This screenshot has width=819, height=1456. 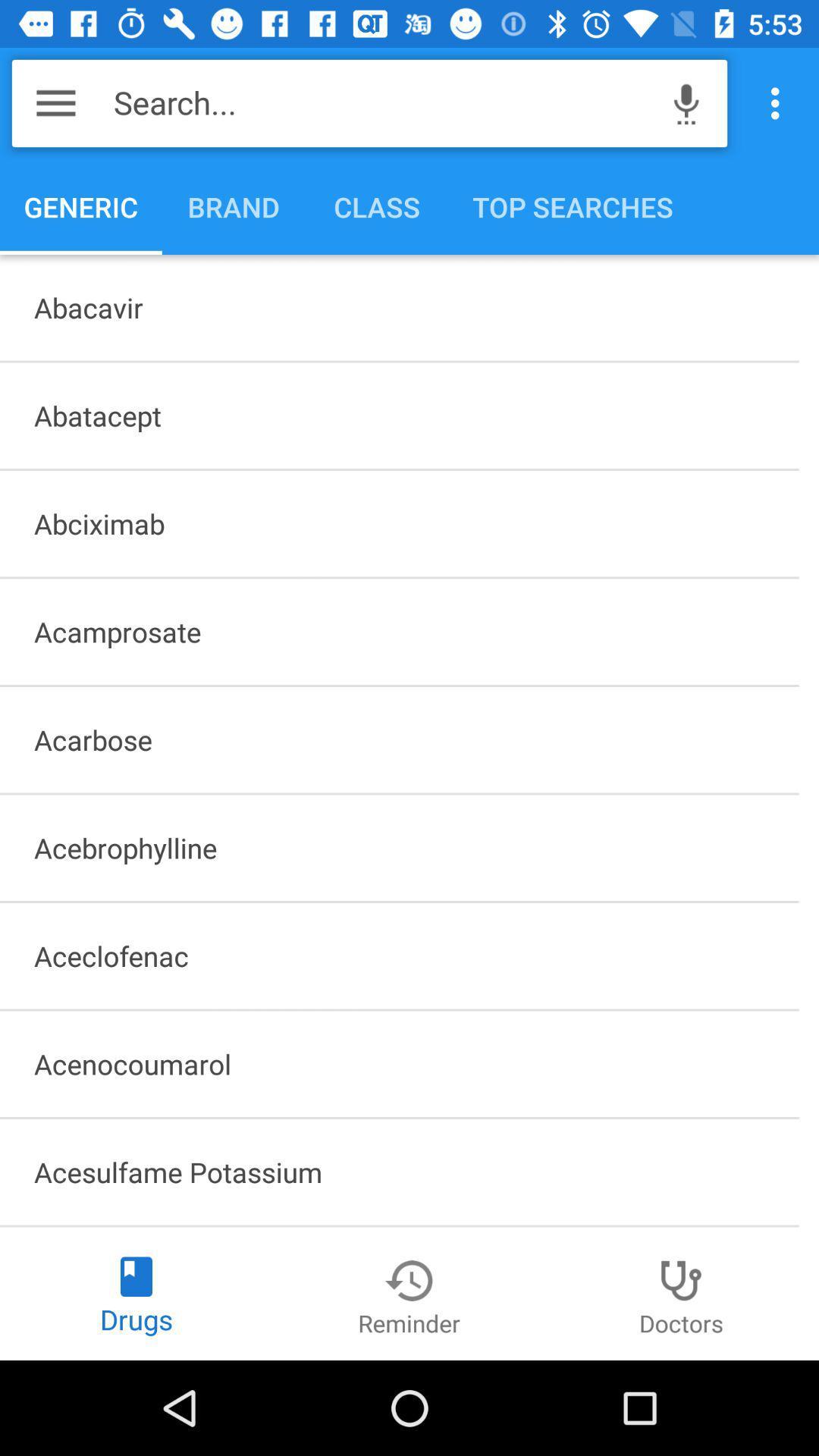 What do you see at coordinates (686, 102) in the screenshot?
I see `the item next to the search... item` at bounding box center [686, 102].